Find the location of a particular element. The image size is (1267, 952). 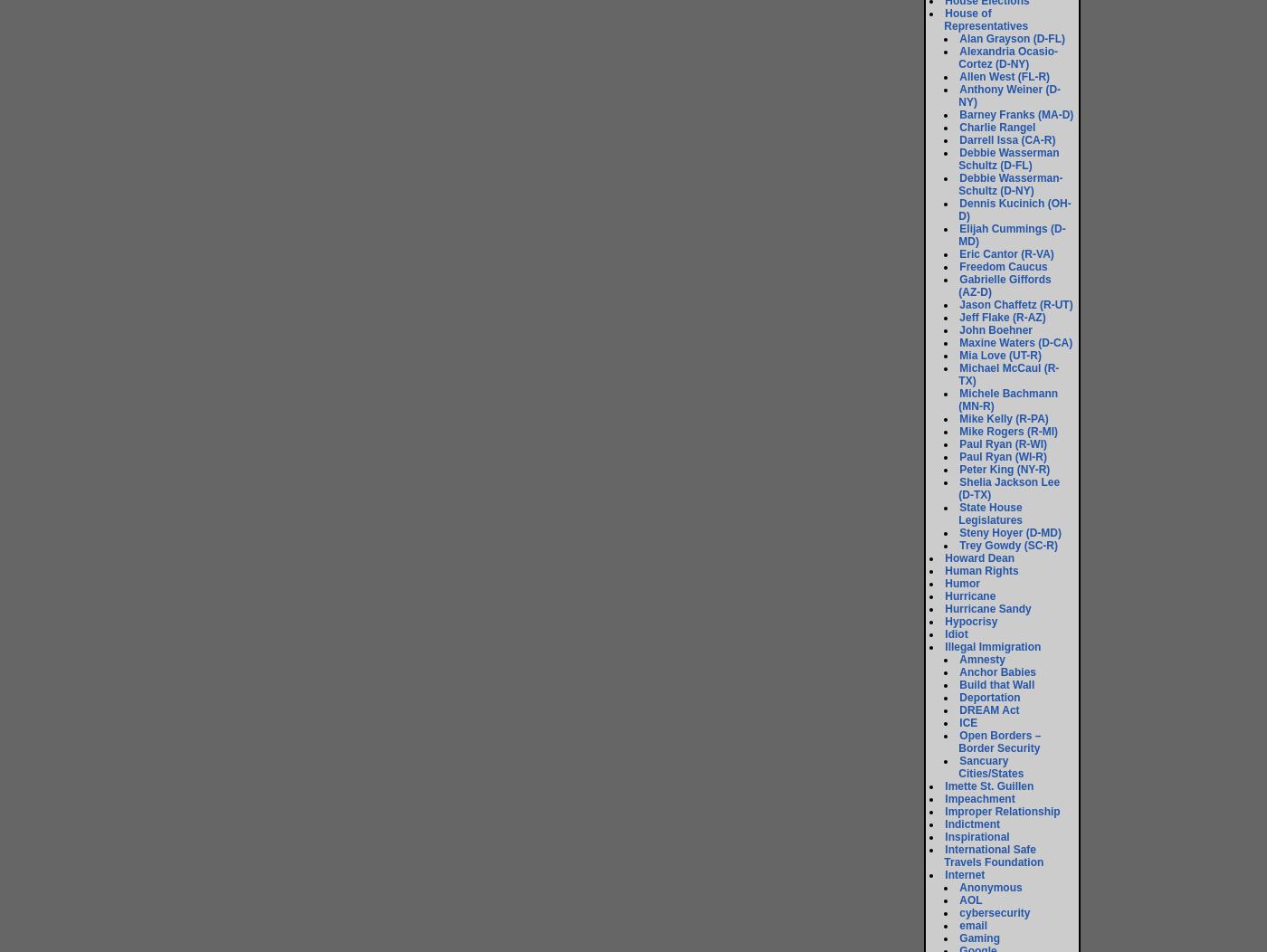

'House of Representatives' is located at coordinates (986, 19).